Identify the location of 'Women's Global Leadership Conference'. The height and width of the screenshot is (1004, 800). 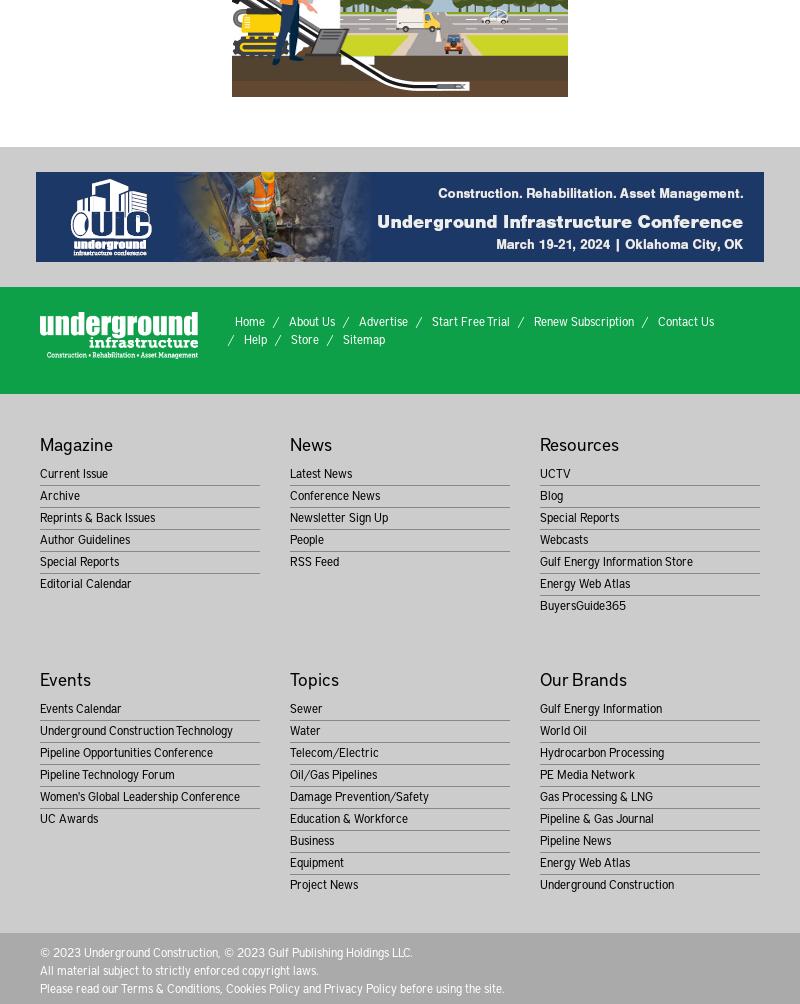
(140, 794).